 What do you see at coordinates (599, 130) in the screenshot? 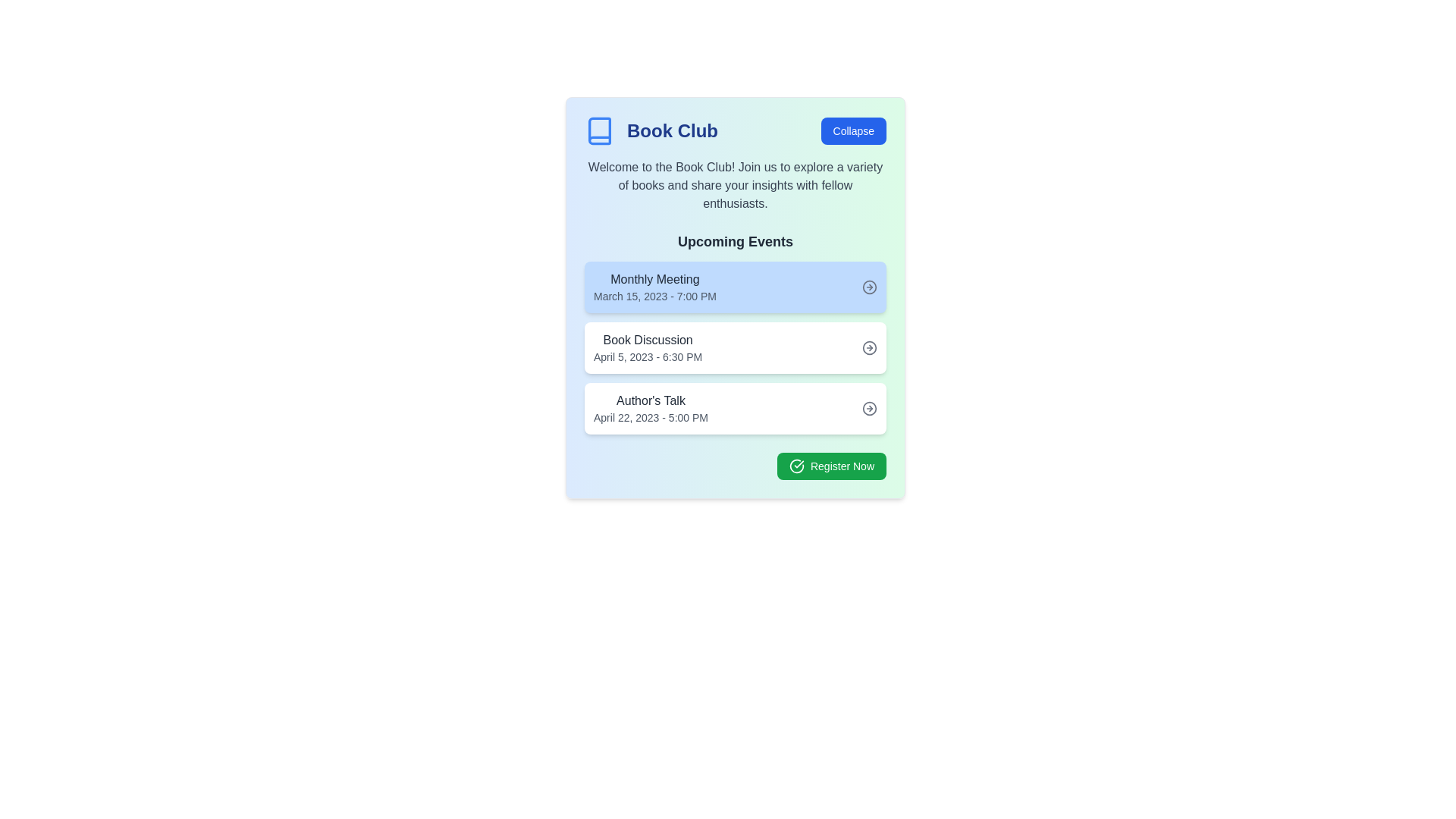
I see `the bright blue stylized book SVG icon located at the top-left corner of the 'Book Club' card, preceding the 'Book Club' text` at bounding box center [599, 130].